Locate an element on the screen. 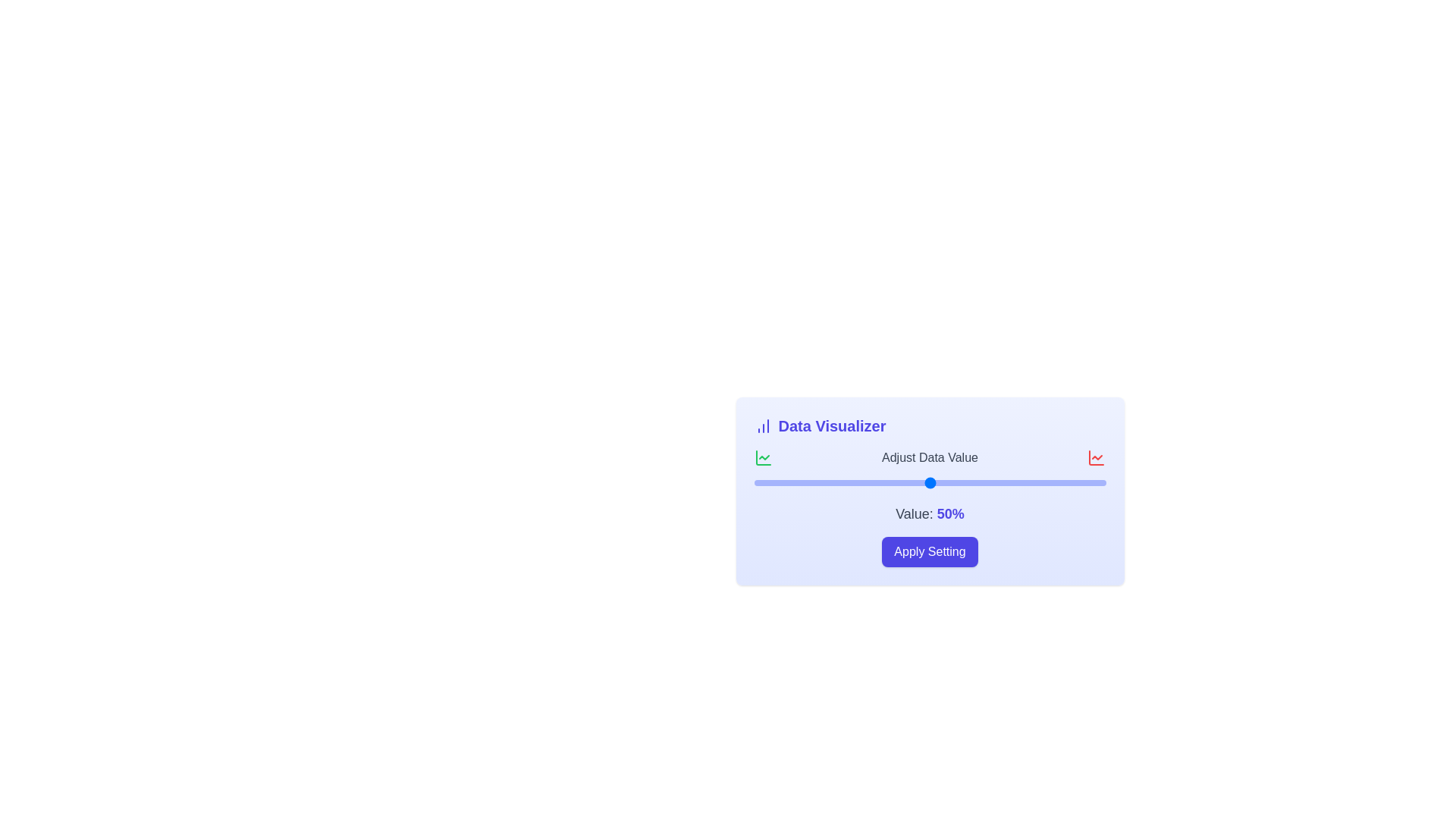 The image size is (1456, 819). the text label titled 'Adjust Data Value' located in the second row of the 'Data Visualizer' card, which is positioned below the 'Data Visualizer' title and above the slider labeled 'Value: 50%' is located at coordinates (929, 457).